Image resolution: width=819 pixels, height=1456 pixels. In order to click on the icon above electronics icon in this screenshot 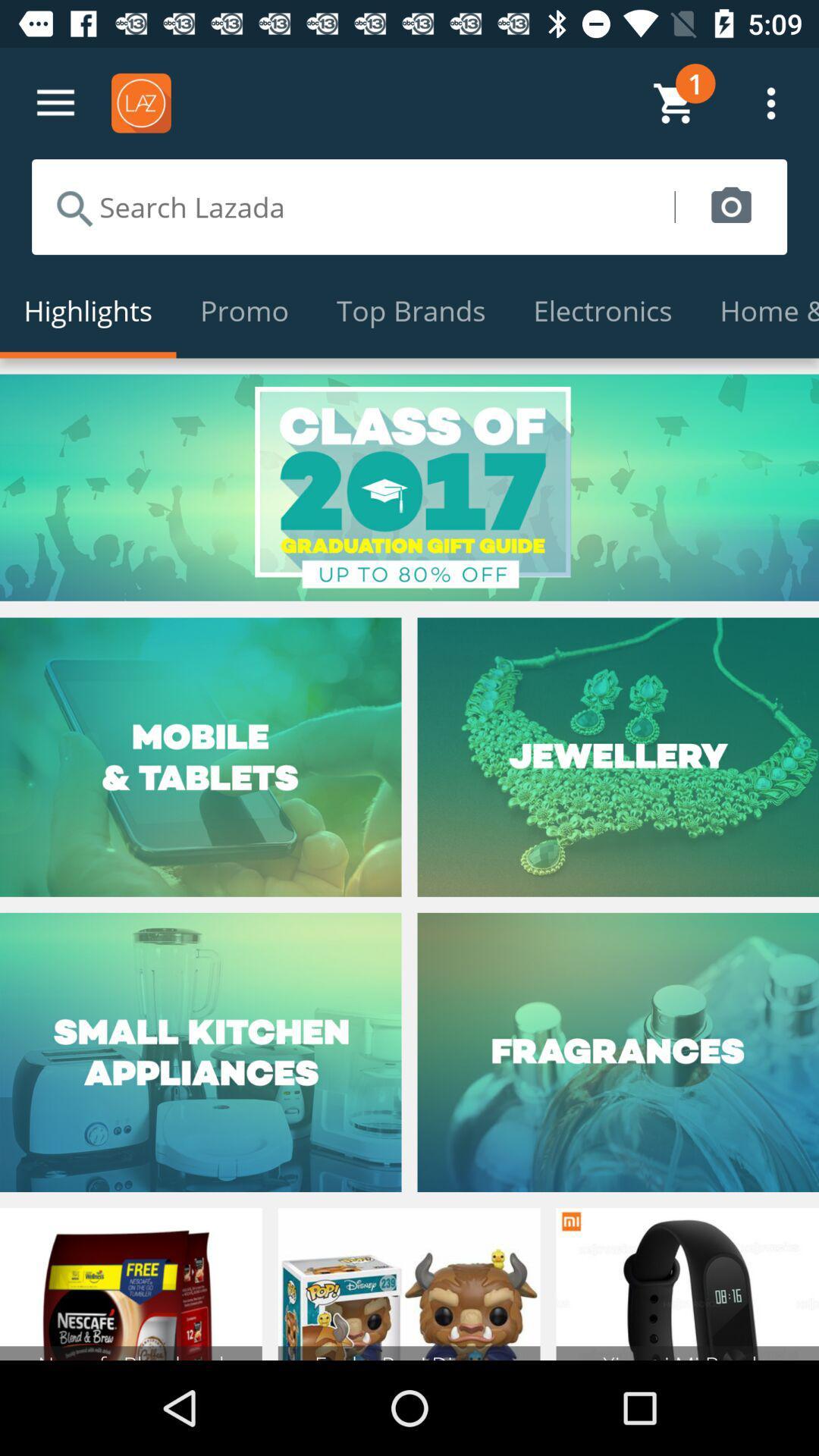, I will do `click(730, 206)`.